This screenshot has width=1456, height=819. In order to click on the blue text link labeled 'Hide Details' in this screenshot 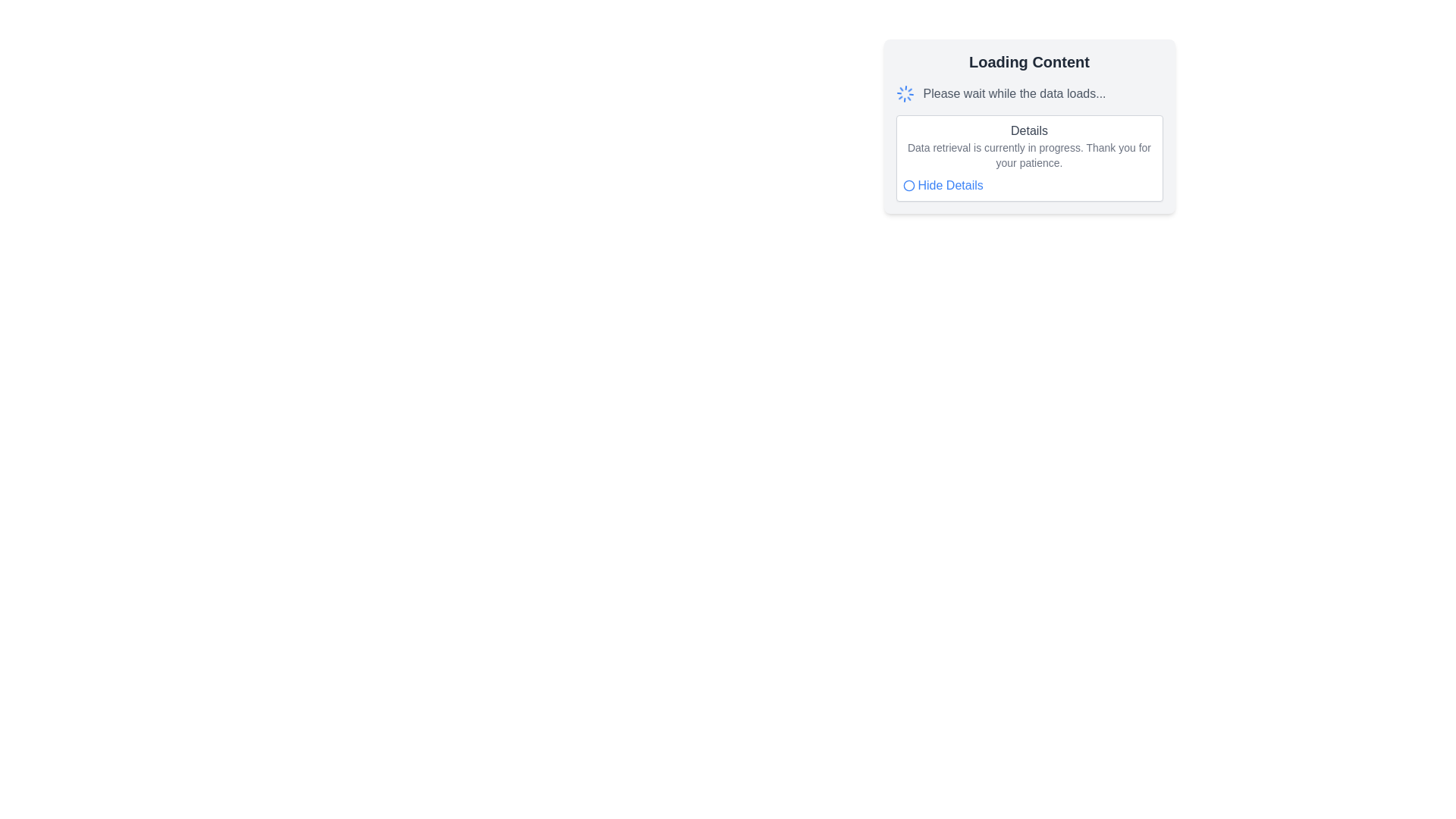, I will do `click(949, 185)`.